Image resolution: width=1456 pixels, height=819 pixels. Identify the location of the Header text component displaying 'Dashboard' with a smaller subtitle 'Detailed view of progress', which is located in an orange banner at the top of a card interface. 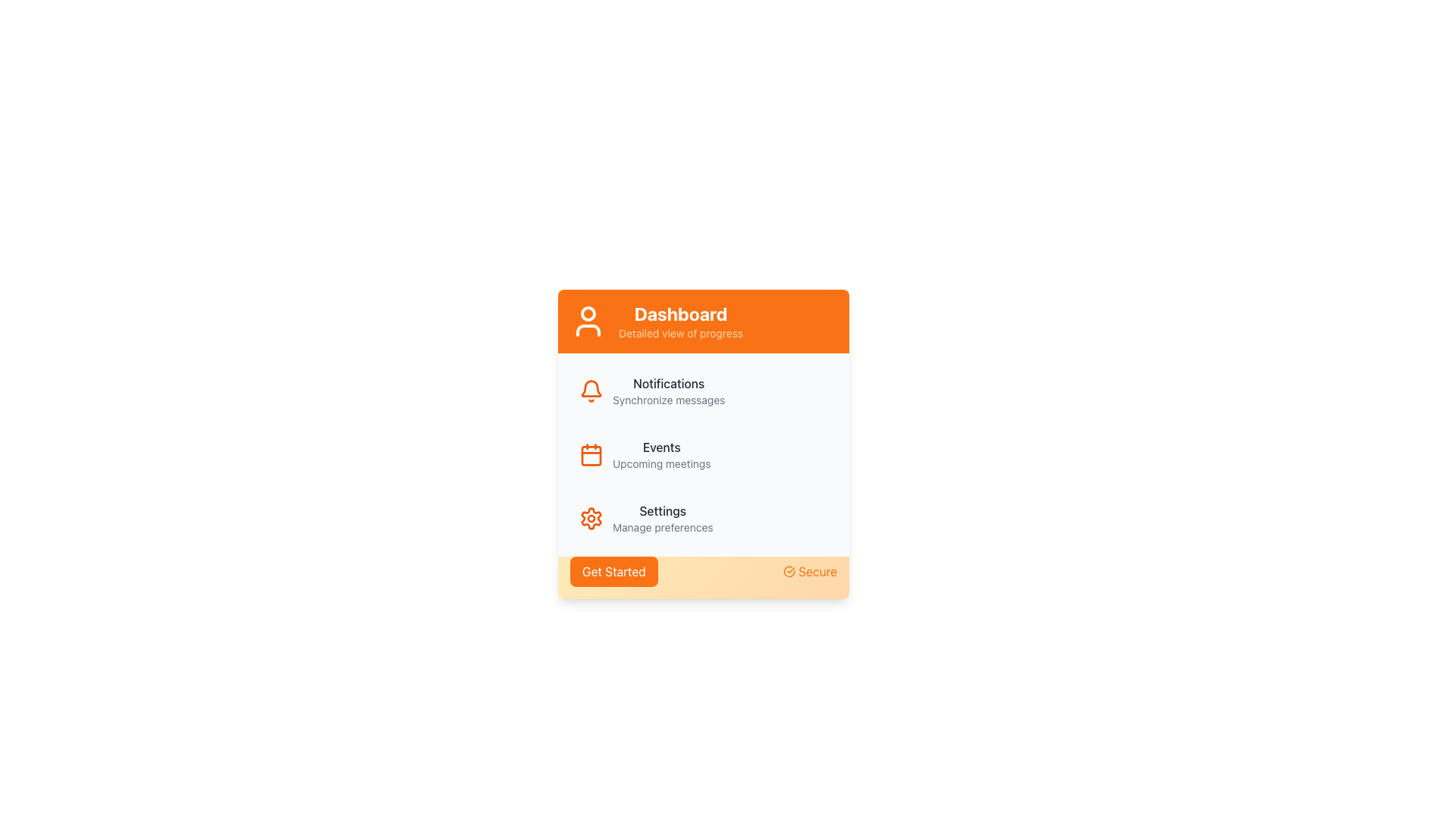
(679, 321).